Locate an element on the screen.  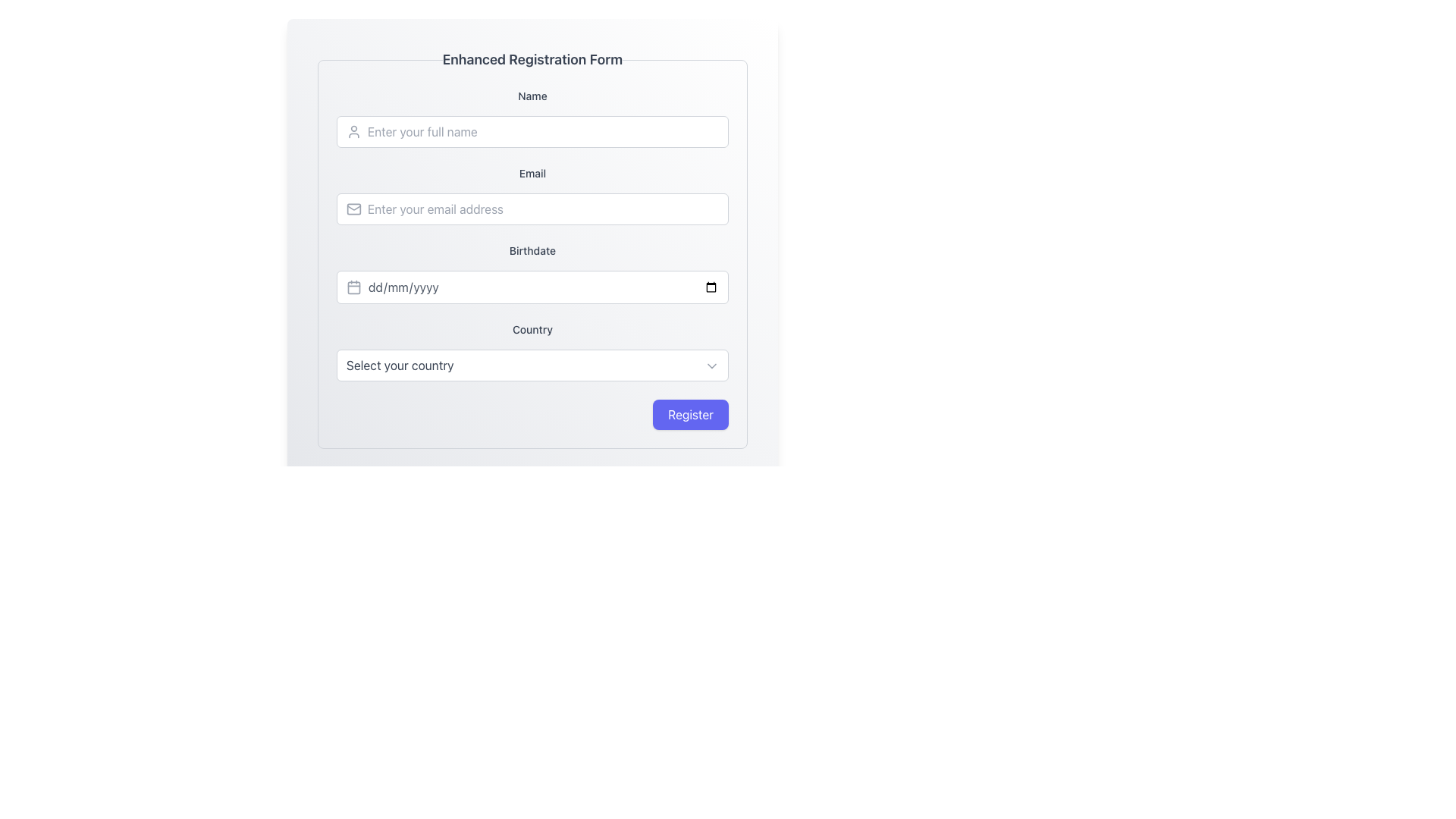
the dropdown menu labeled 'Select your country' by tabbing to it is located at coordinates (532, 366).